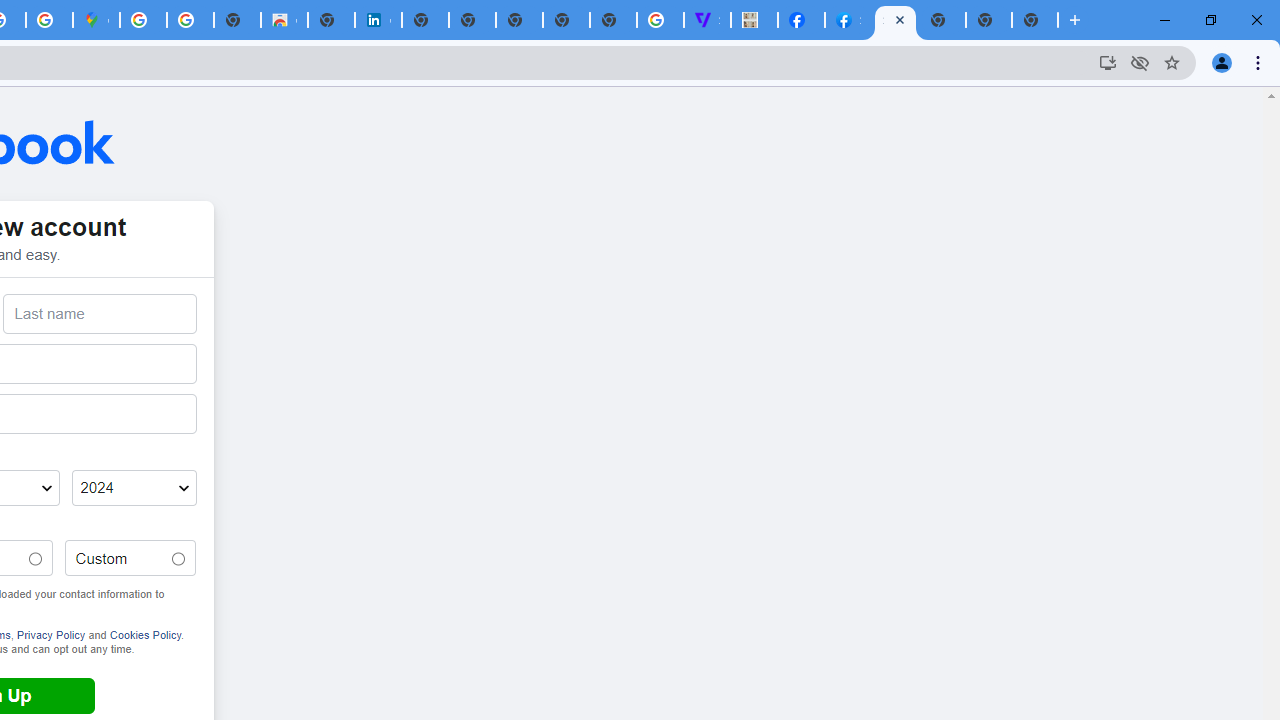 This screenshot has height=720, width=1280. Describe the element at coordinates (1209, 20) in the screenshot. I see `'Restore'` at that location.